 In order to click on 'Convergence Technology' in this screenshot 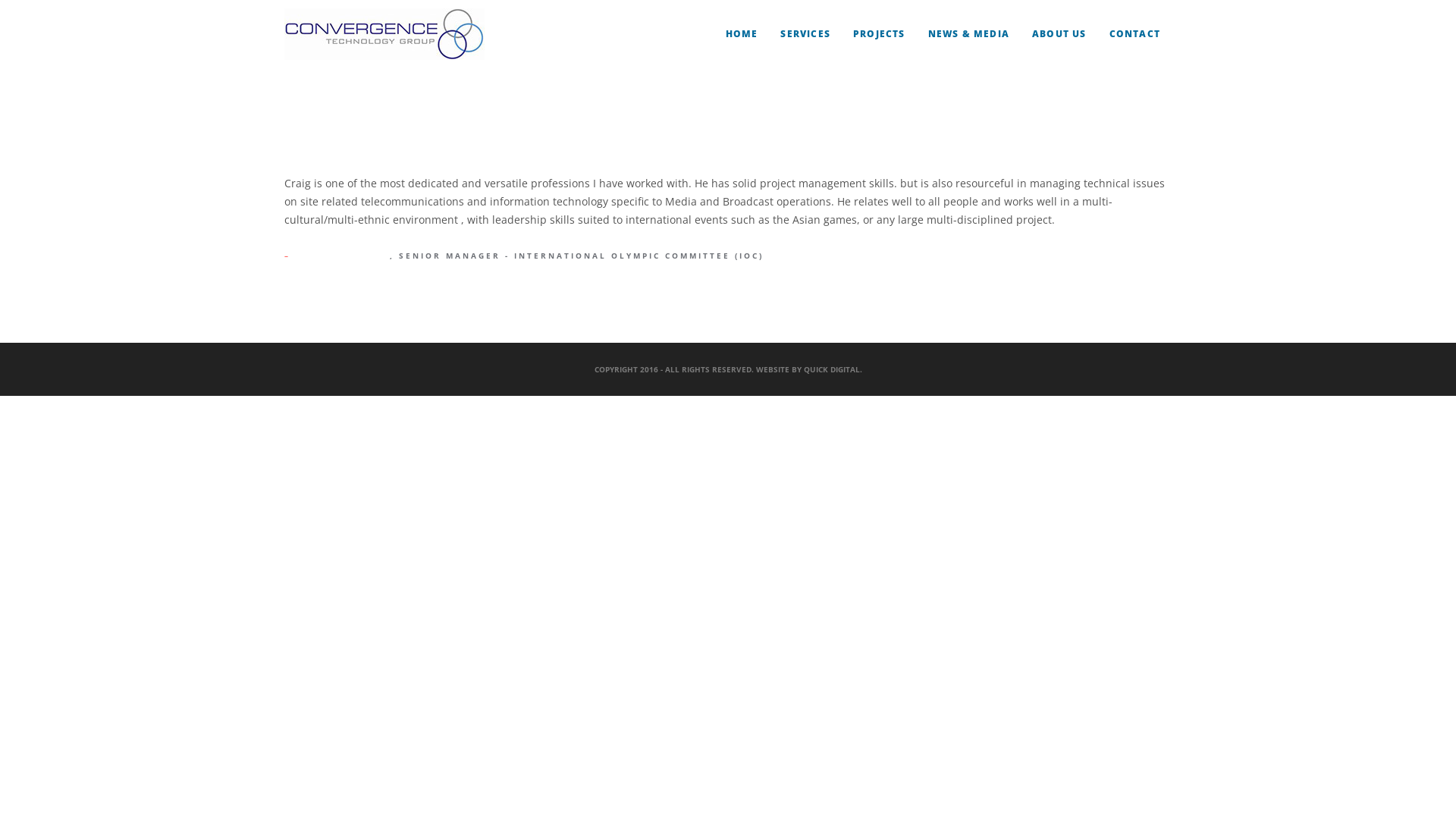, I will do `click(384, 34)`.